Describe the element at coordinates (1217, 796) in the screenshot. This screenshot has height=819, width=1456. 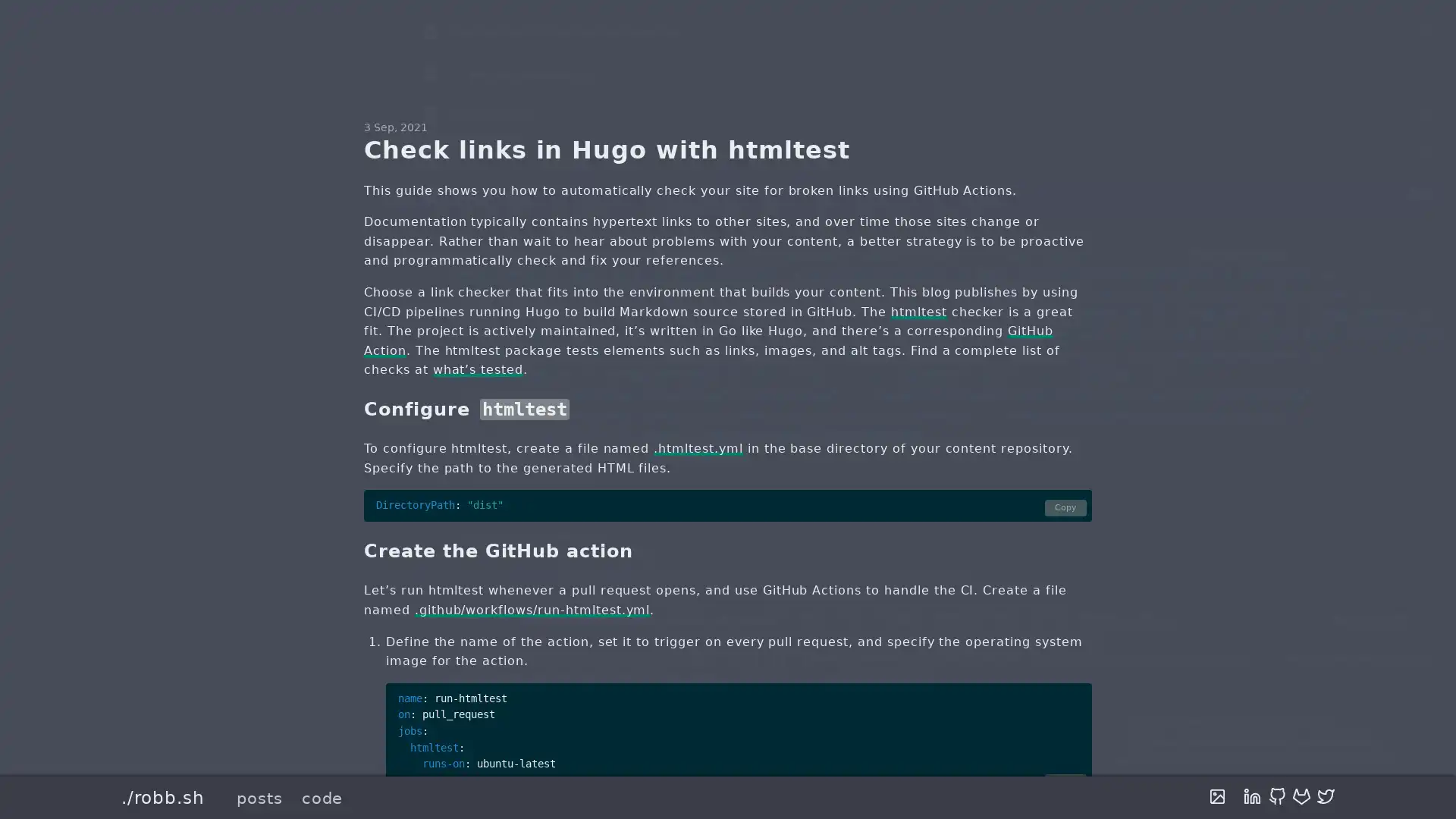
I see `Featured Image` at that location.